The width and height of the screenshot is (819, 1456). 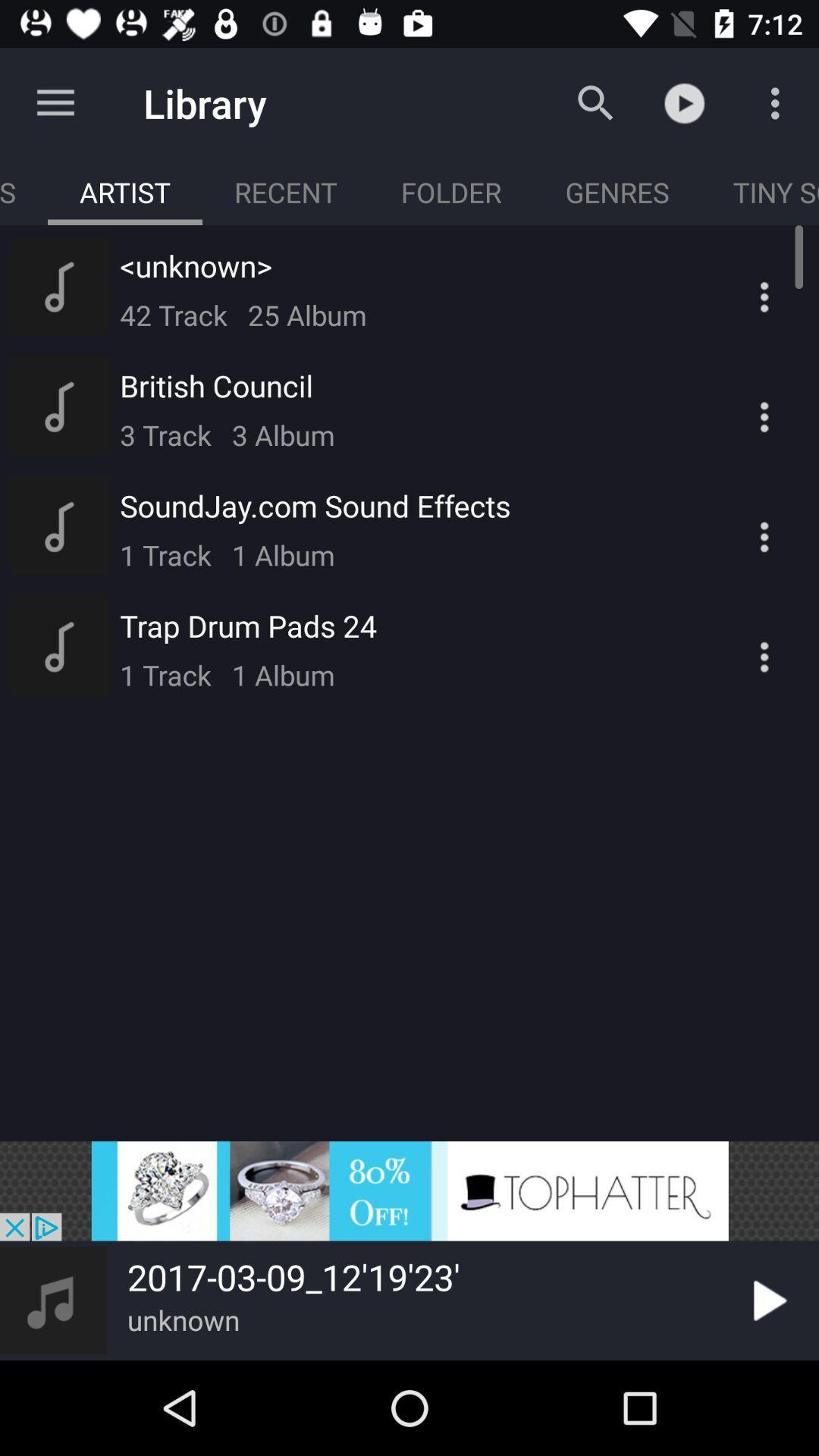 I want to click on move to floder tab, so click(x=450, y=191).